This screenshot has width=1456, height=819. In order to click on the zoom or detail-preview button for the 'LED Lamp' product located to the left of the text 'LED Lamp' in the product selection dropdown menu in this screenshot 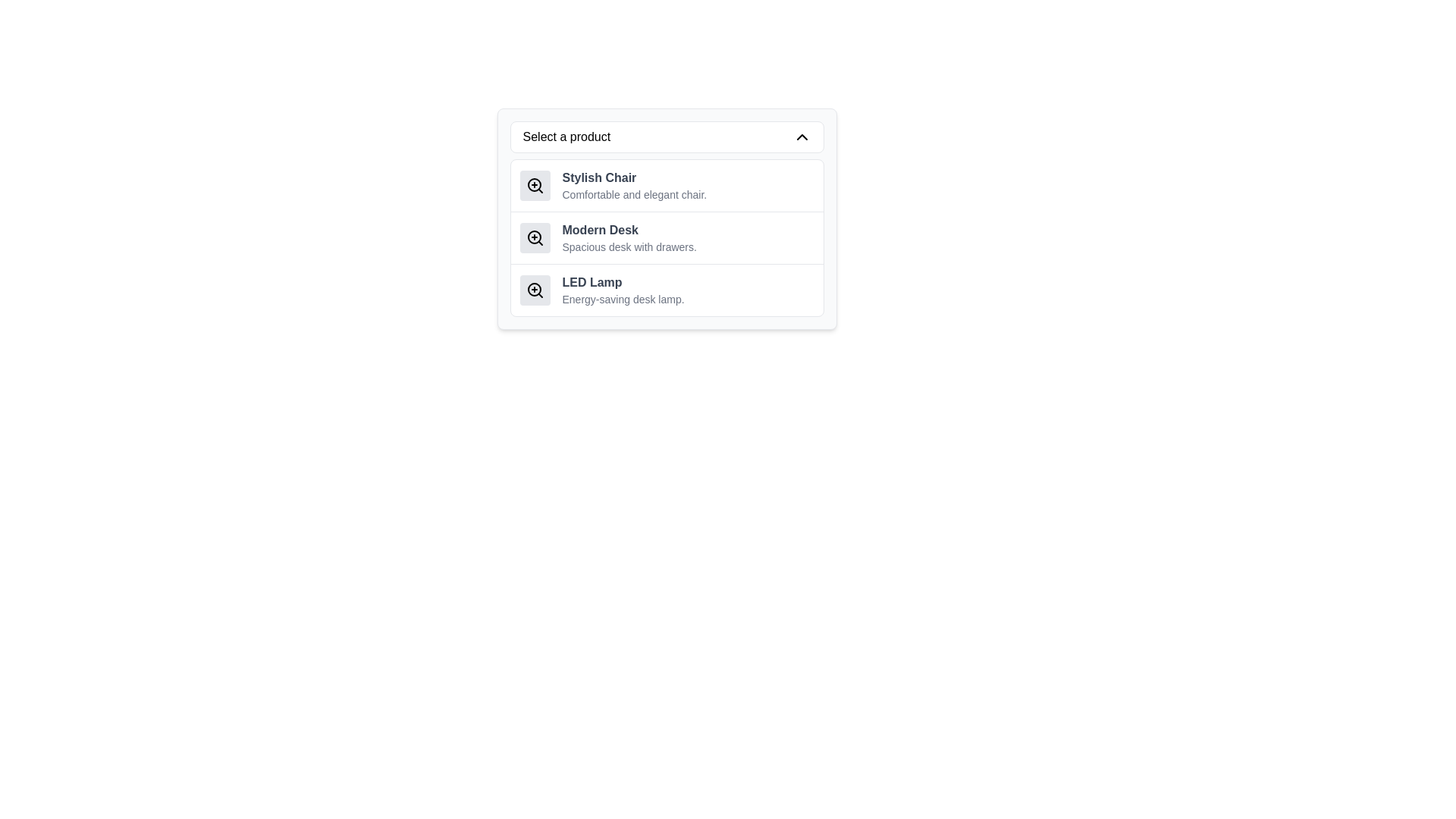, I will do `click(535, 290)`.